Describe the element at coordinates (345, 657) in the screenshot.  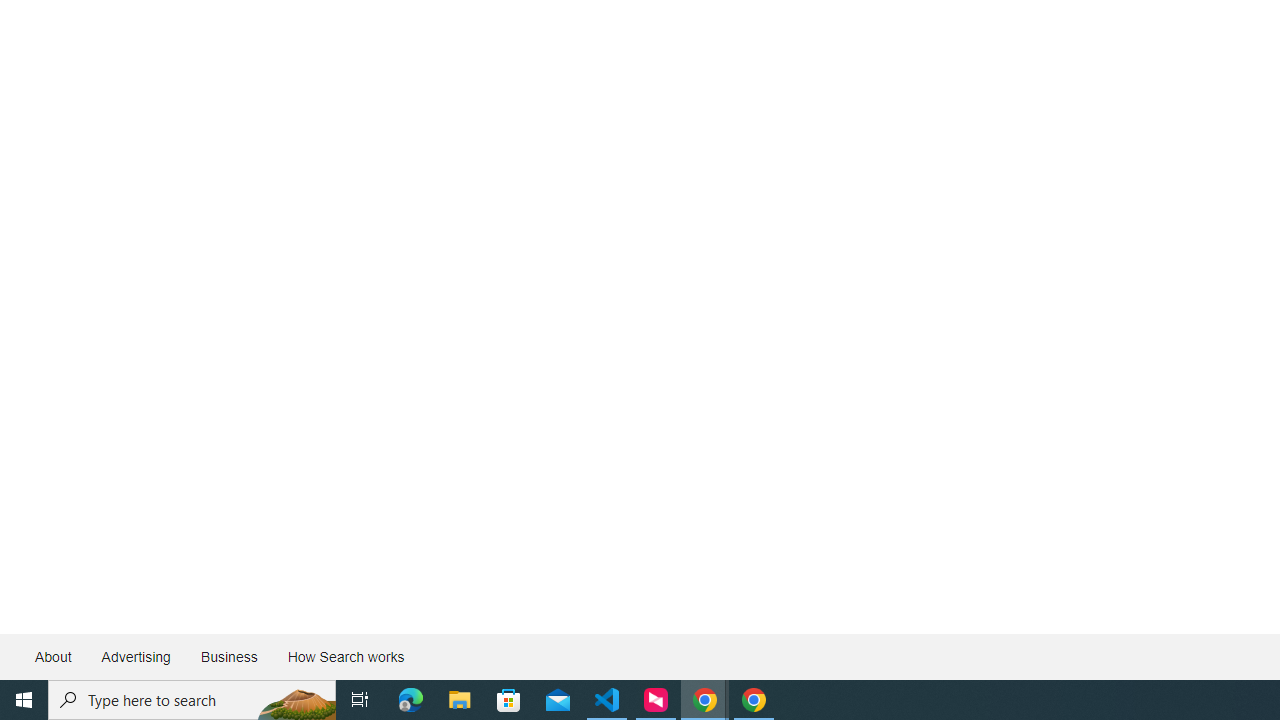
I see `'How Search works'` at that location.